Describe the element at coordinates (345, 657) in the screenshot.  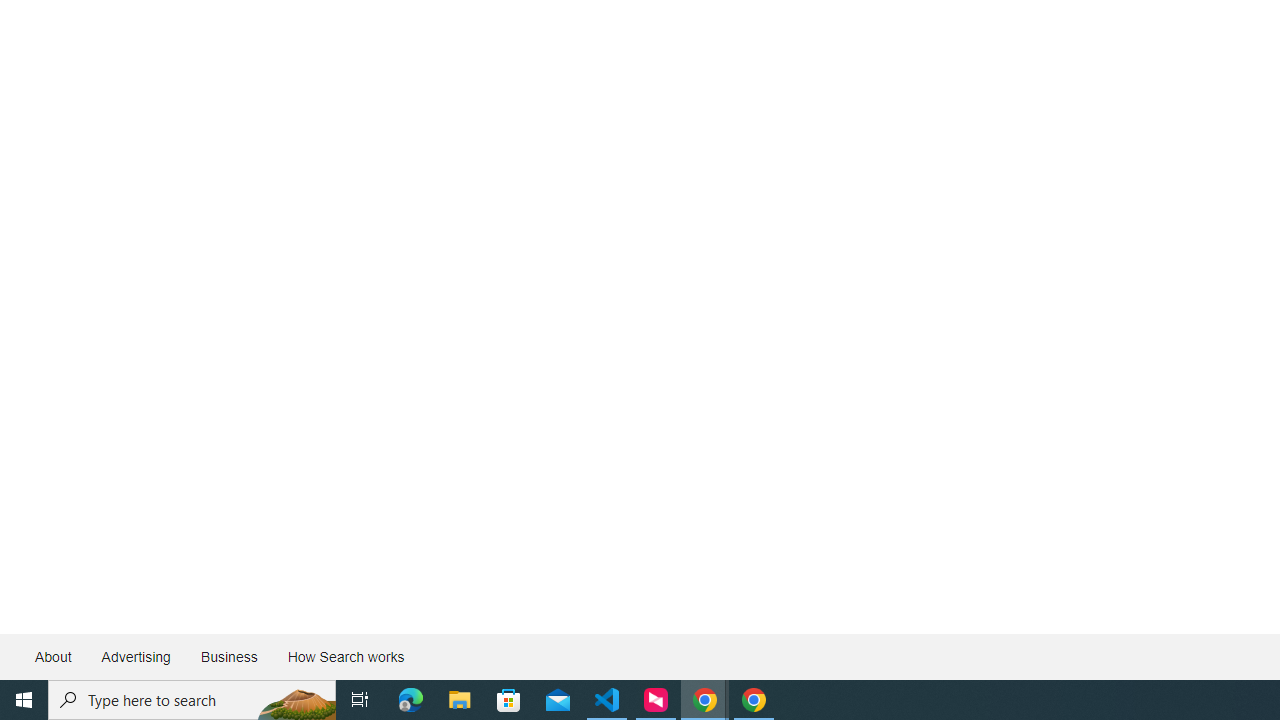
I see `'How Search works'` at that location.